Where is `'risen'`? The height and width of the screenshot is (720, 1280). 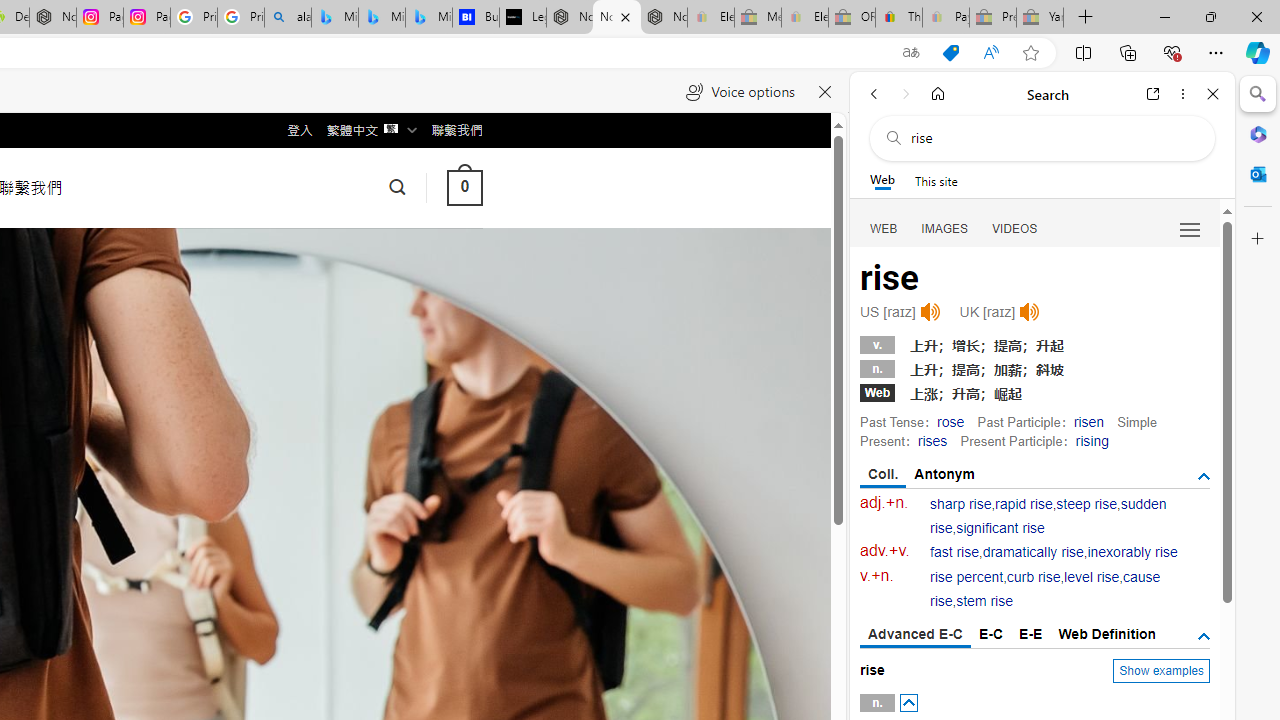
'risen' is located at coordinates (1087, 420).